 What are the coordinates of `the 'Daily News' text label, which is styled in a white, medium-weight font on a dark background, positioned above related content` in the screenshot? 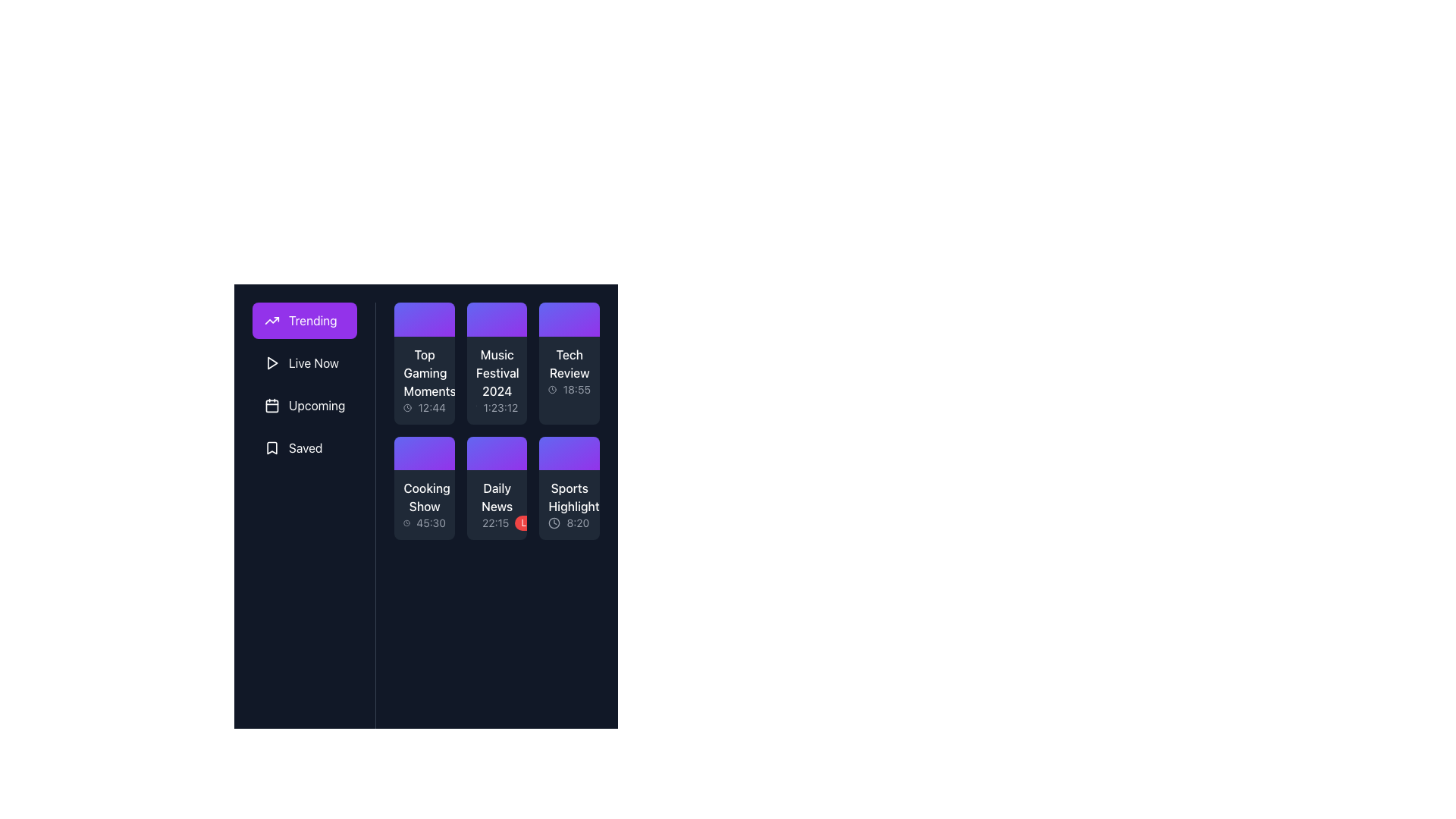 It's located at (497, 497).